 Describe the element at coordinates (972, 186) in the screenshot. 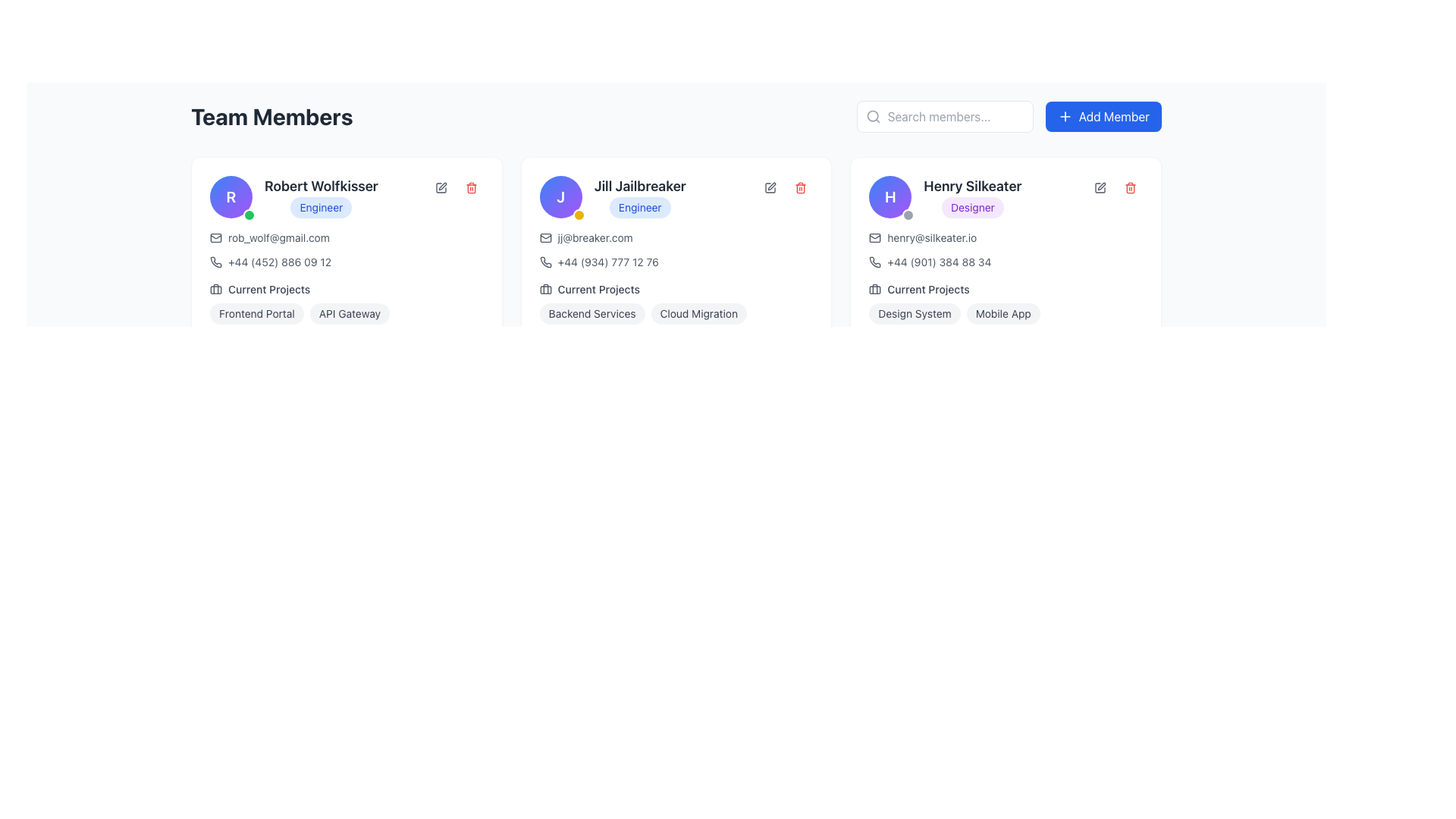

I see `text label displaying 'Henry Silkeater', which is prominently styled in bold and large font, located in the upper region of the card associated with him` at that location.